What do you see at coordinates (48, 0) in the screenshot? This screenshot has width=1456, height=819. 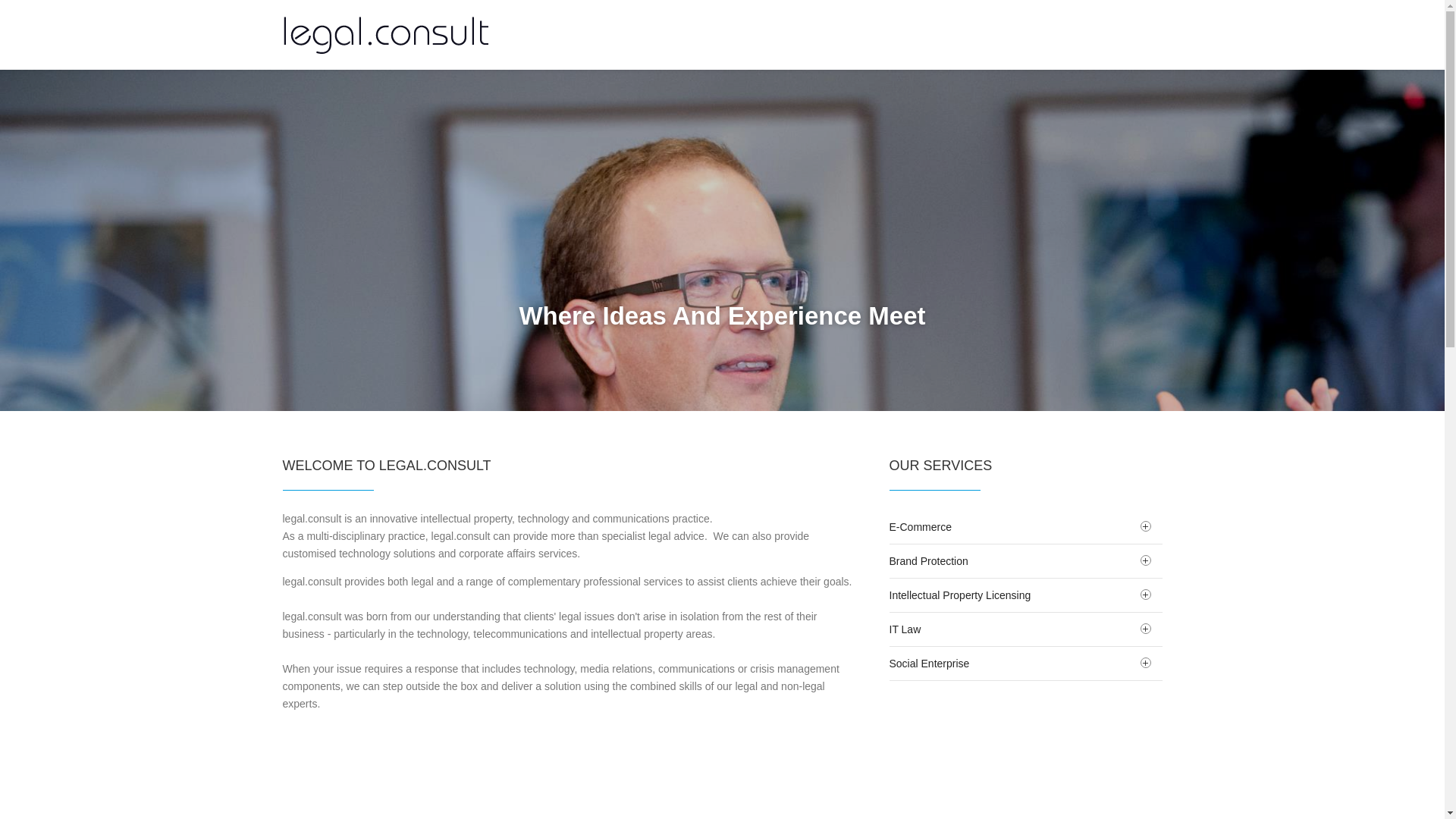 I see `'Skip to main content'` at bounding box center [48, 0].